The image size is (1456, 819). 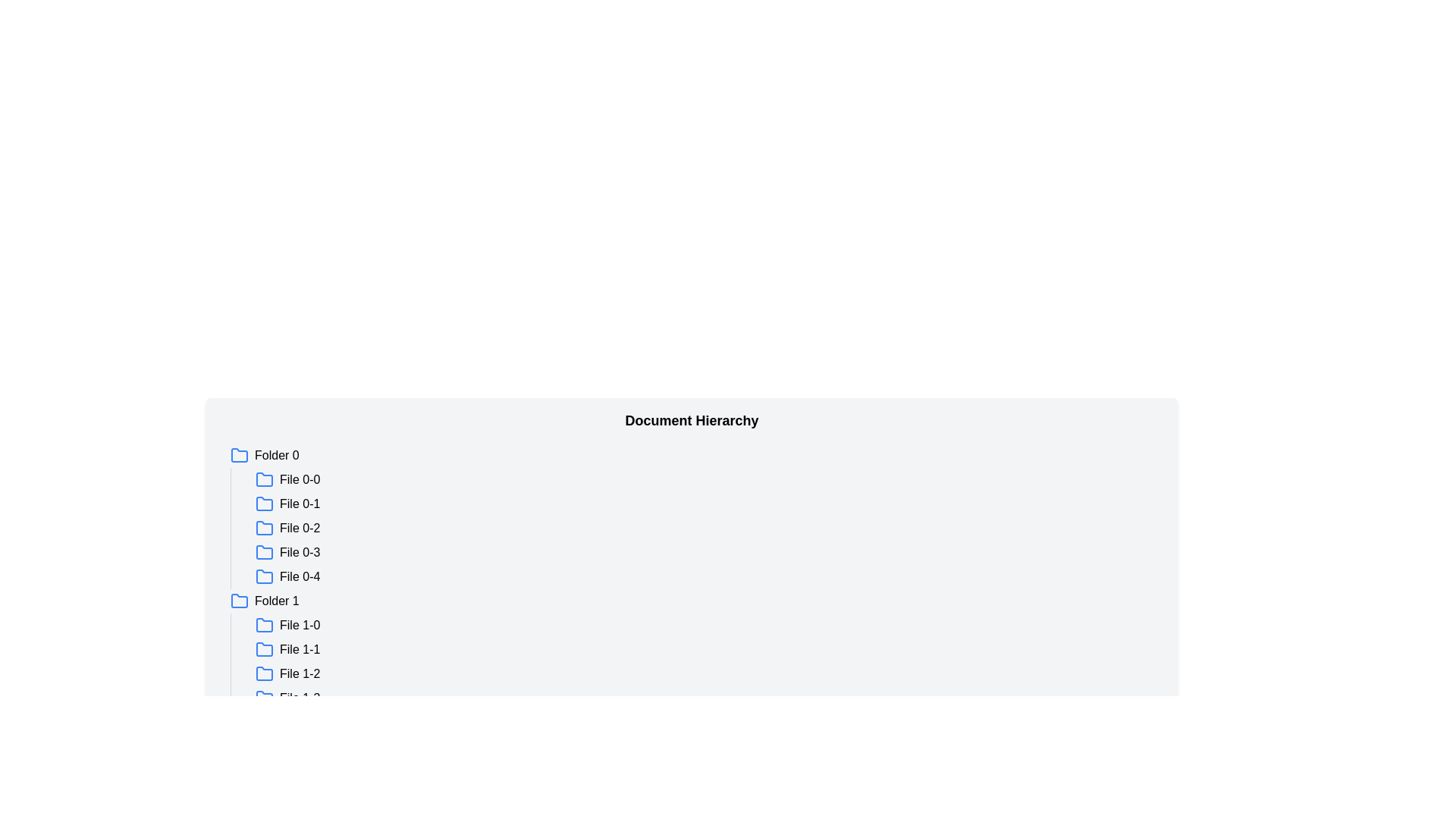 I want to click on the folder icon representing 'File 1-1', so click(x=265, y=648).